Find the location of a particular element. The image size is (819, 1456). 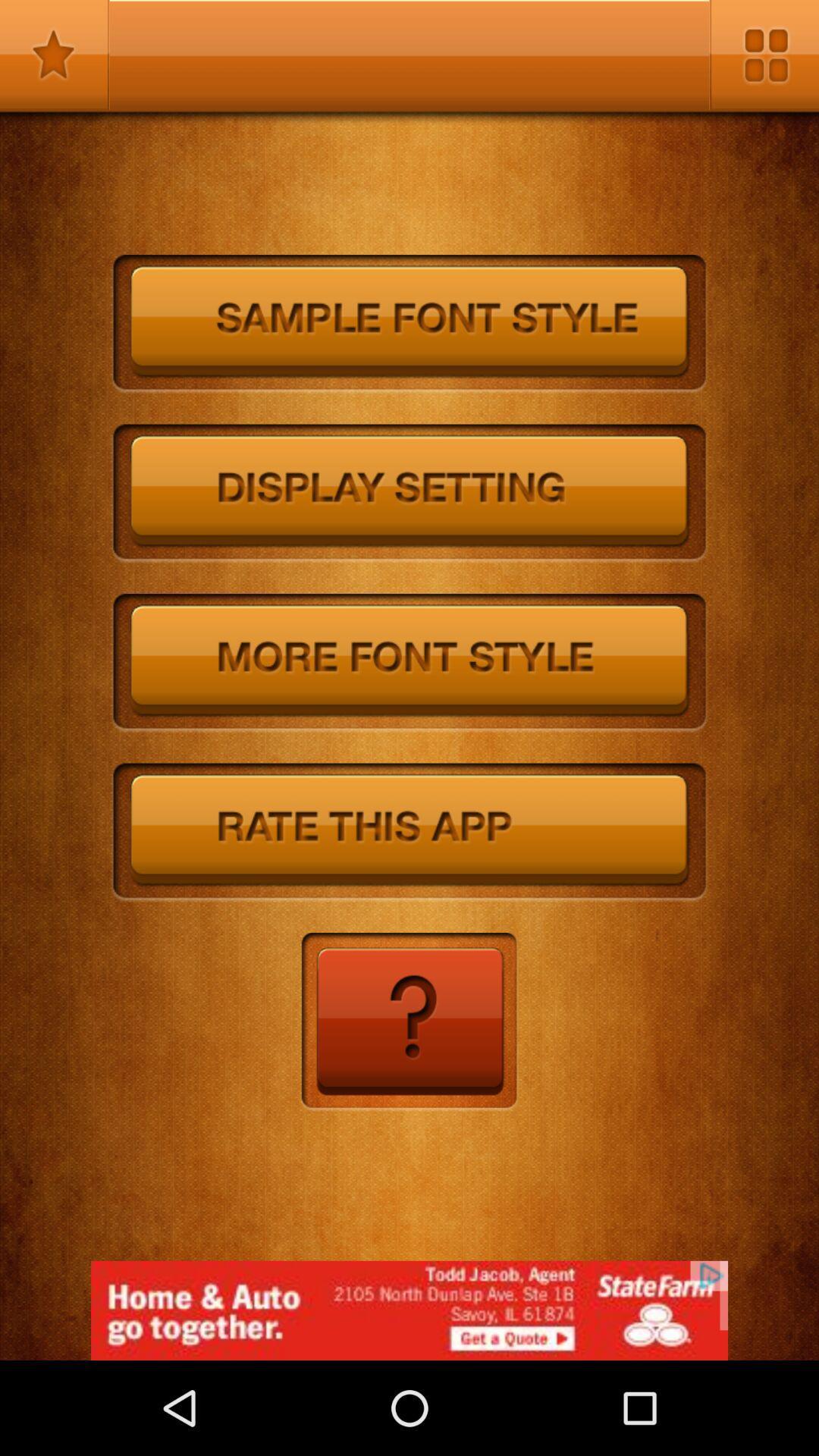

choose button is located at coordinates (409, 832).